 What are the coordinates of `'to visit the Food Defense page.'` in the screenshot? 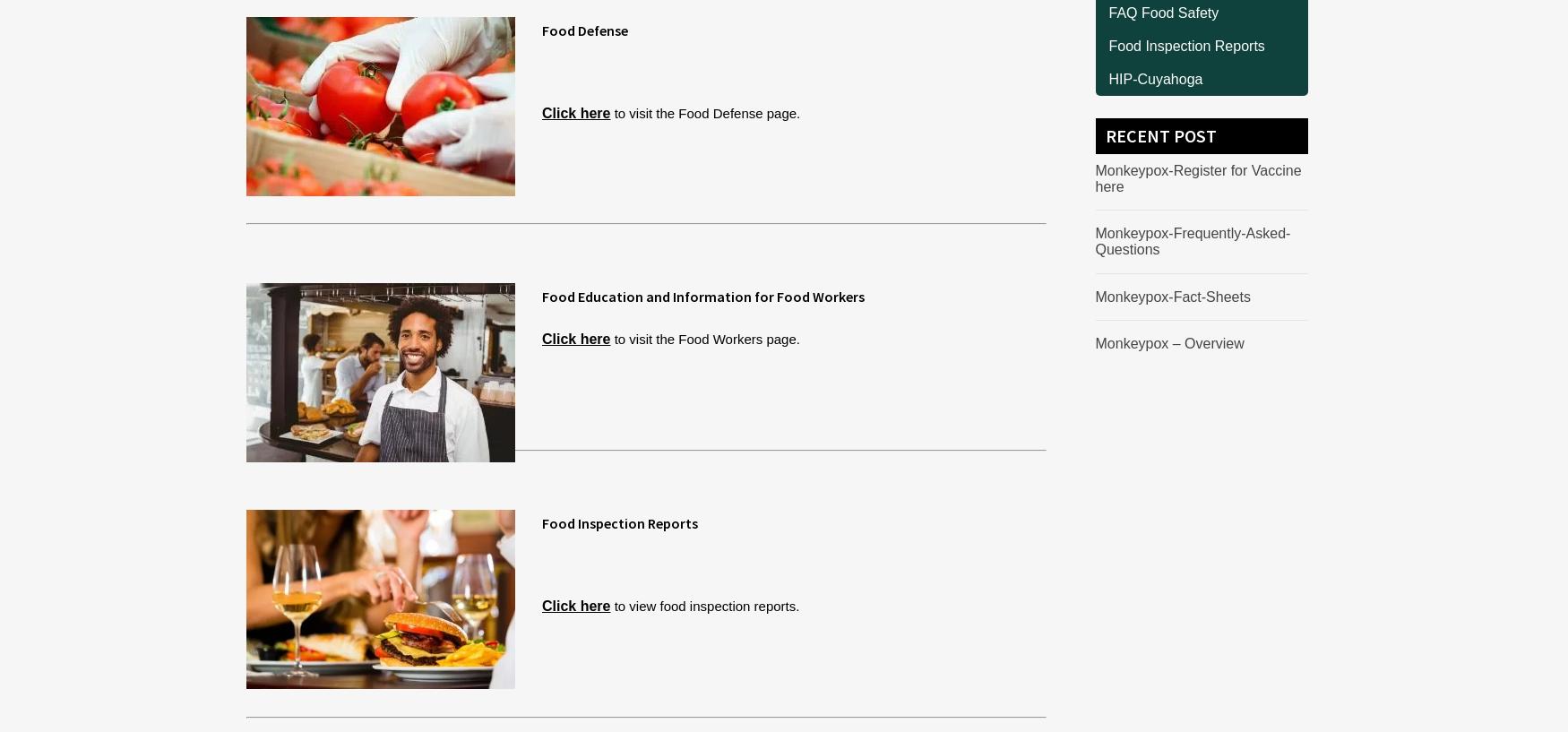 It's located at (703, 112).